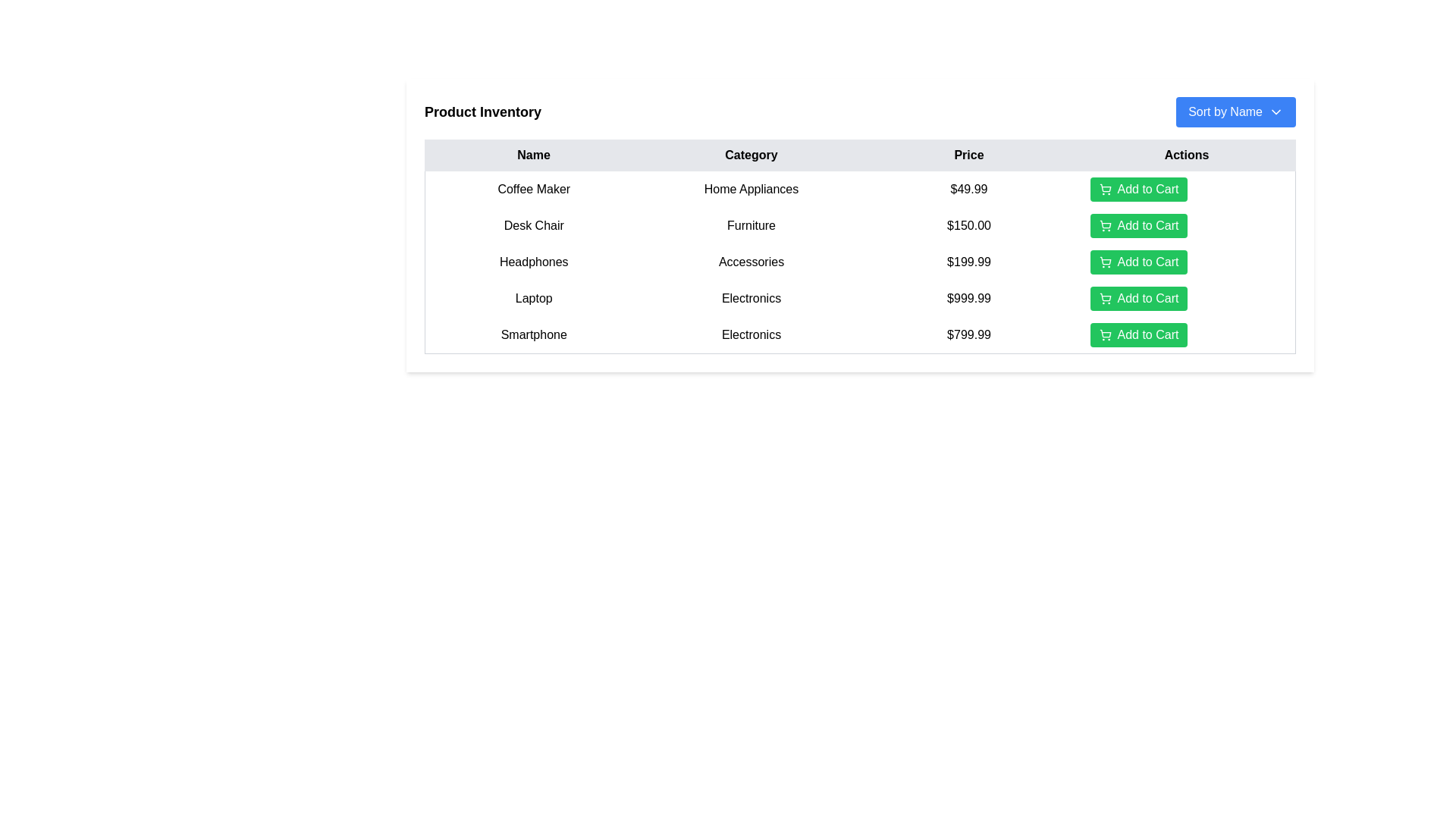  I want to click on the button in the rightmost column under the 'Actions' header, so click(1185, 334).